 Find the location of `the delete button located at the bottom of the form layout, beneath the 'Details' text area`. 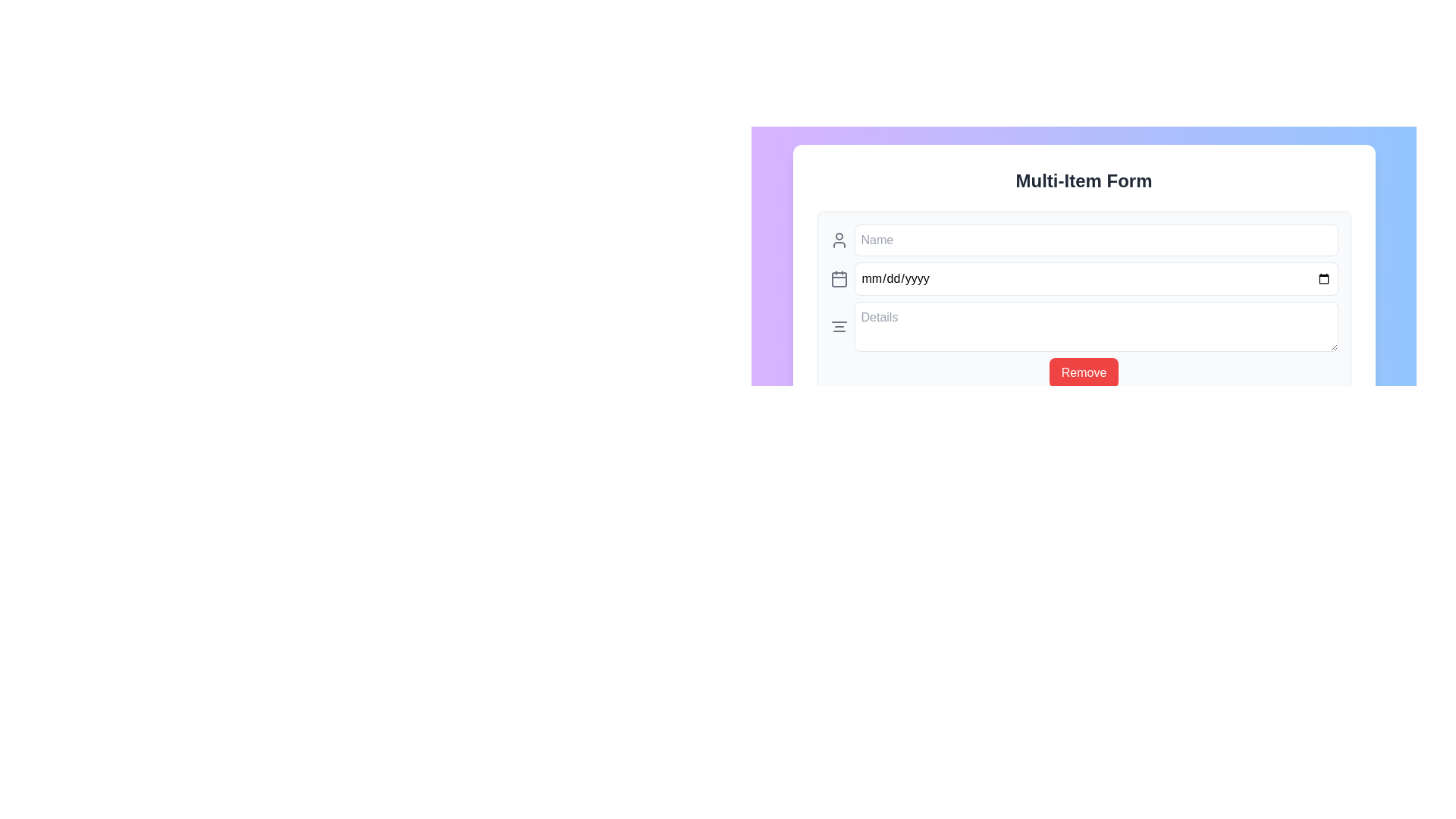

the delete button located at the bottom of the form layout, beneath the 'Details' text area is located at coordinates (1083, 373).